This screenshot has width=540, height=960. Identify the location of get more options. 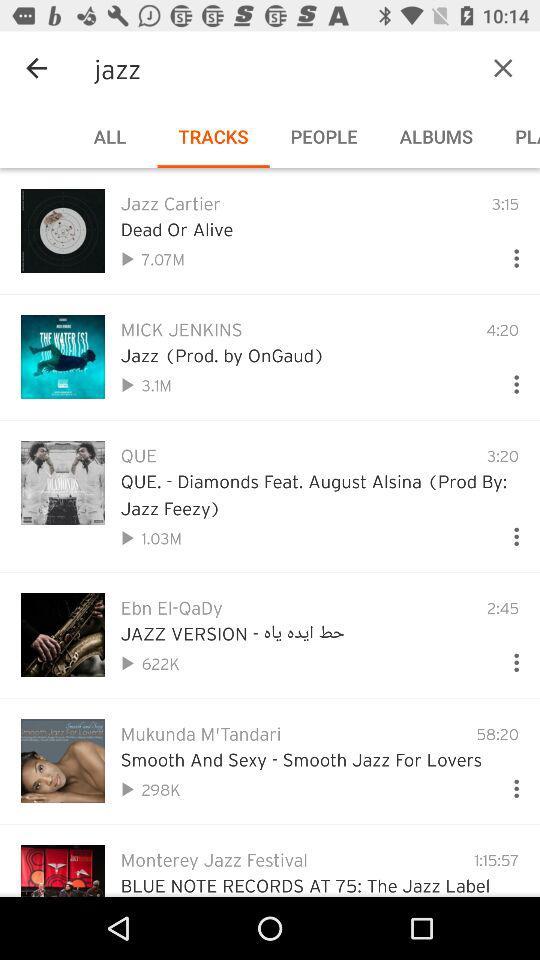
(508, 379).